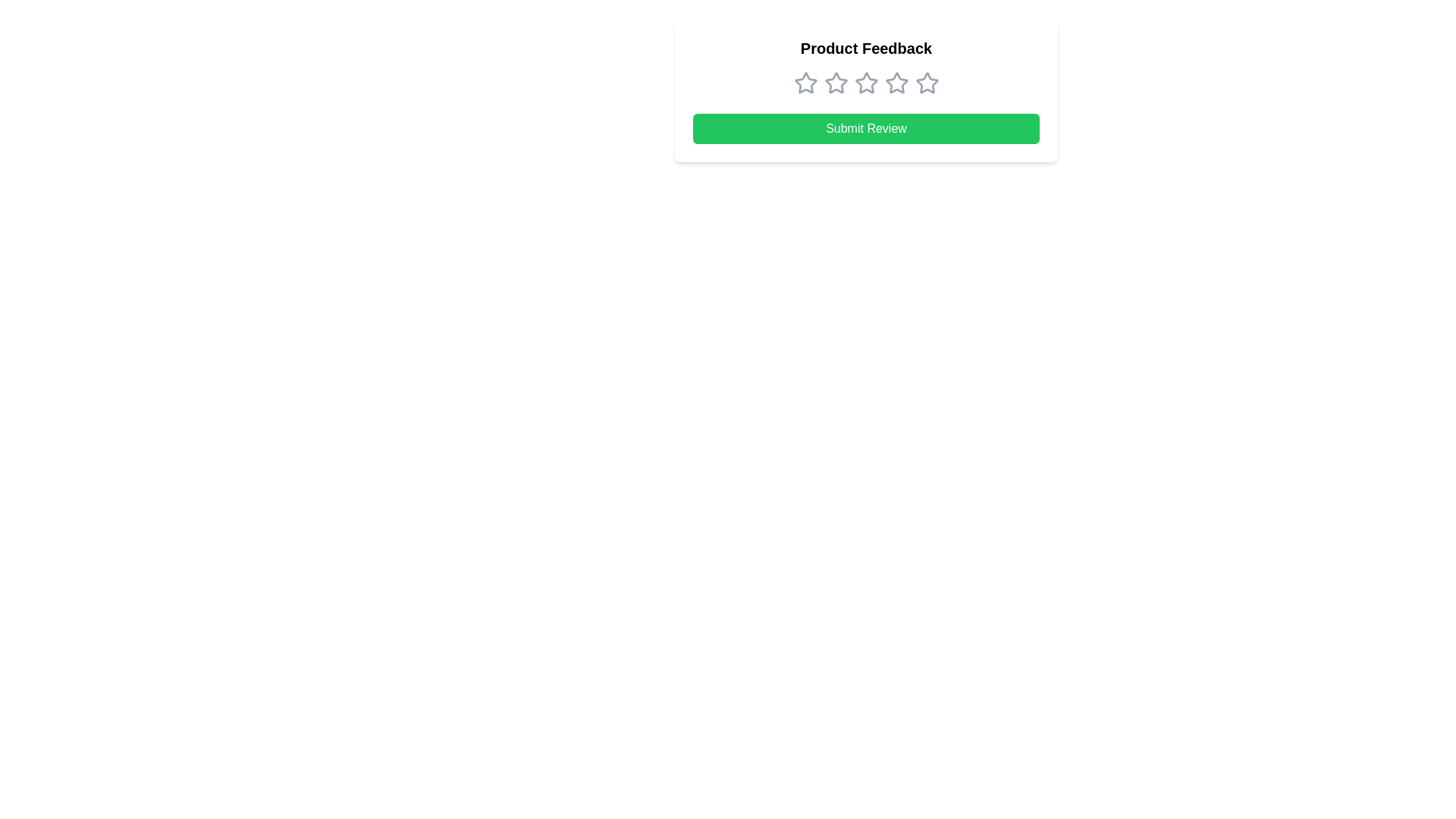  I want to click on the second rating star, so click(835, 83).